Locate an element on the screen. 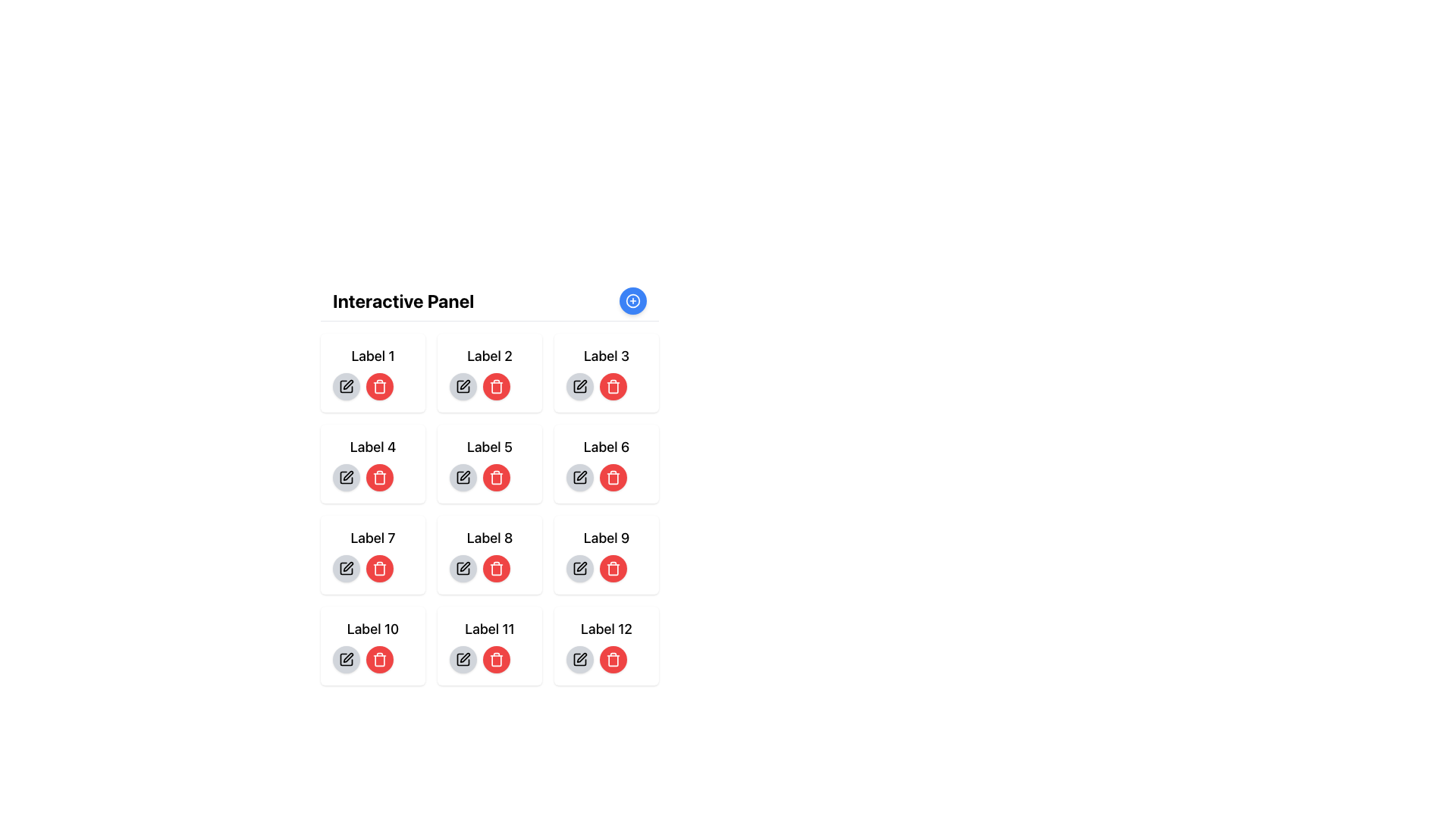  the leftmost icon in the grid group labeled 'Label 6' is located at coordinates (579, 476).